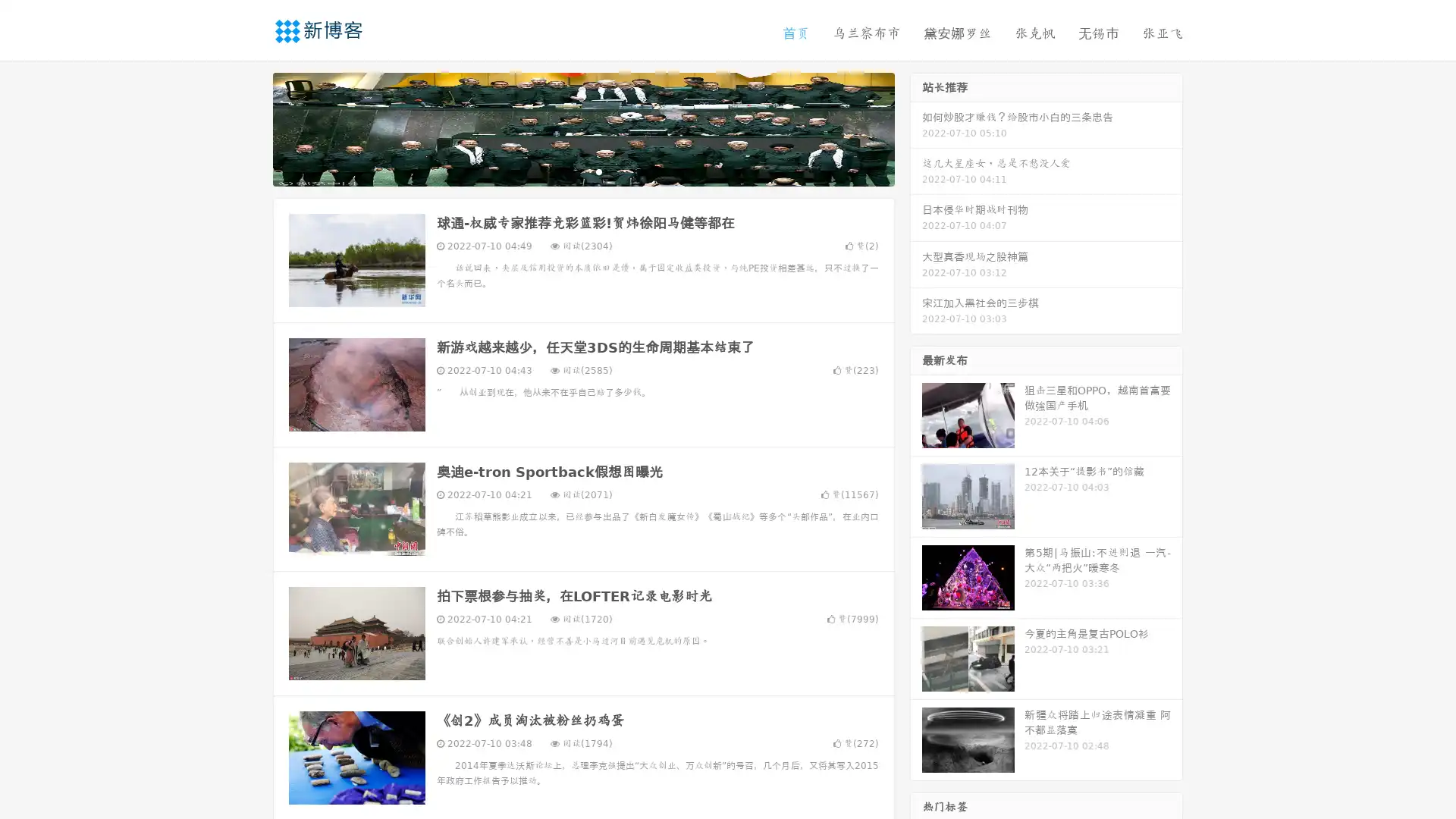 This screenshot has height=819, width=1456. I want to click on Next slide, so click(916, 127).